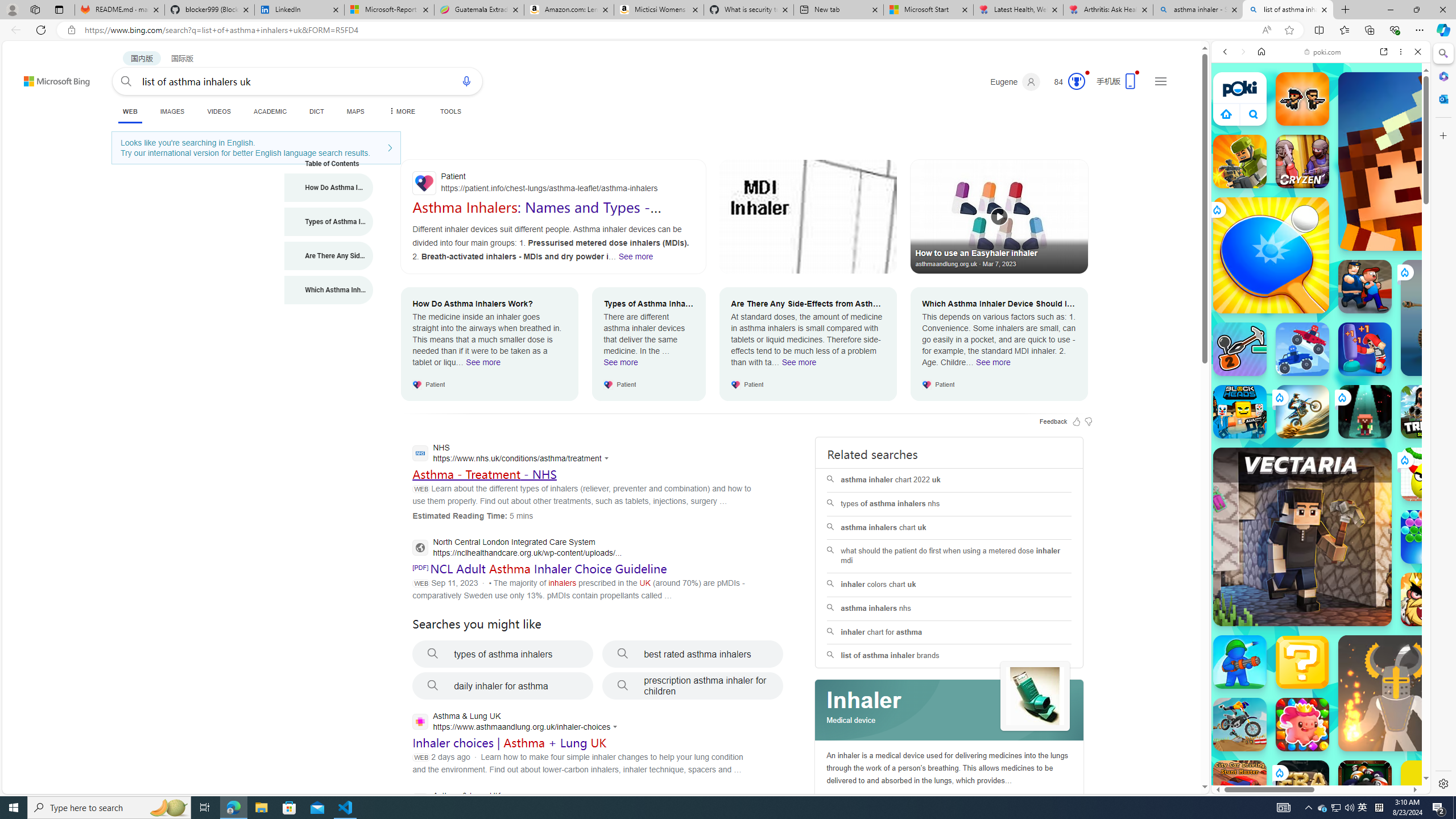 Image resolution: width=1456 pixels, height=819 pixels. I want to click on 'TOOLS', so click(450, 111).